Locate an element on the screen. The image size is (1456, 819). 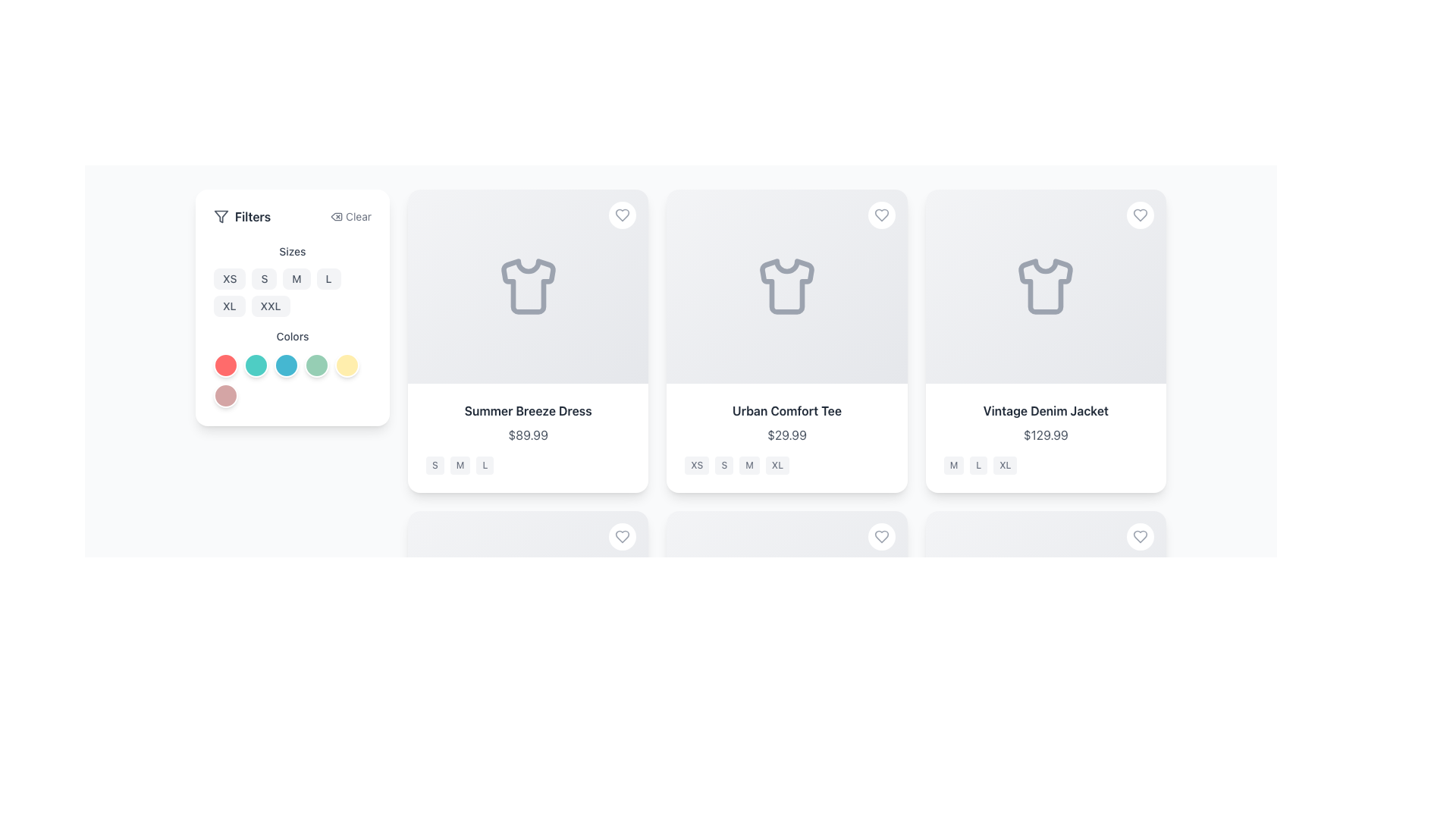
the filter icon represented by a funnel-like shape, located in the 'Filters' section of the sidebar to the left of the 'Filters' text is located at coordinates (221, 216).